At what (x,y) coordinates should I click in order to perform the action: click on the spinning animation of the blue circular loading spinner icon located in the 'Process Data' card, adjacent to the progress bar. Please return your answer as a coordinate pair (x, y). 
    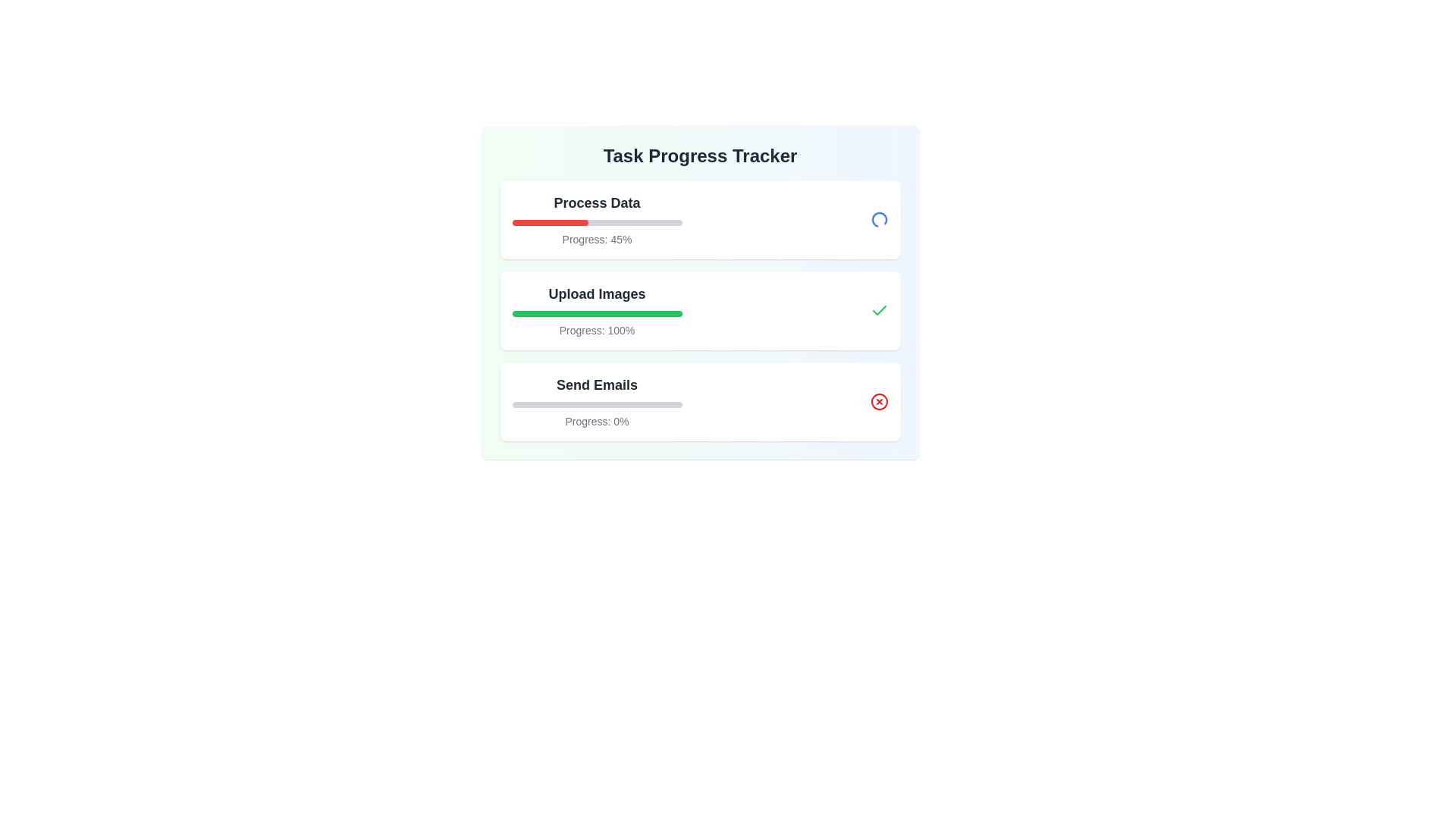
    Looking at the image, I should click on (879, 219).